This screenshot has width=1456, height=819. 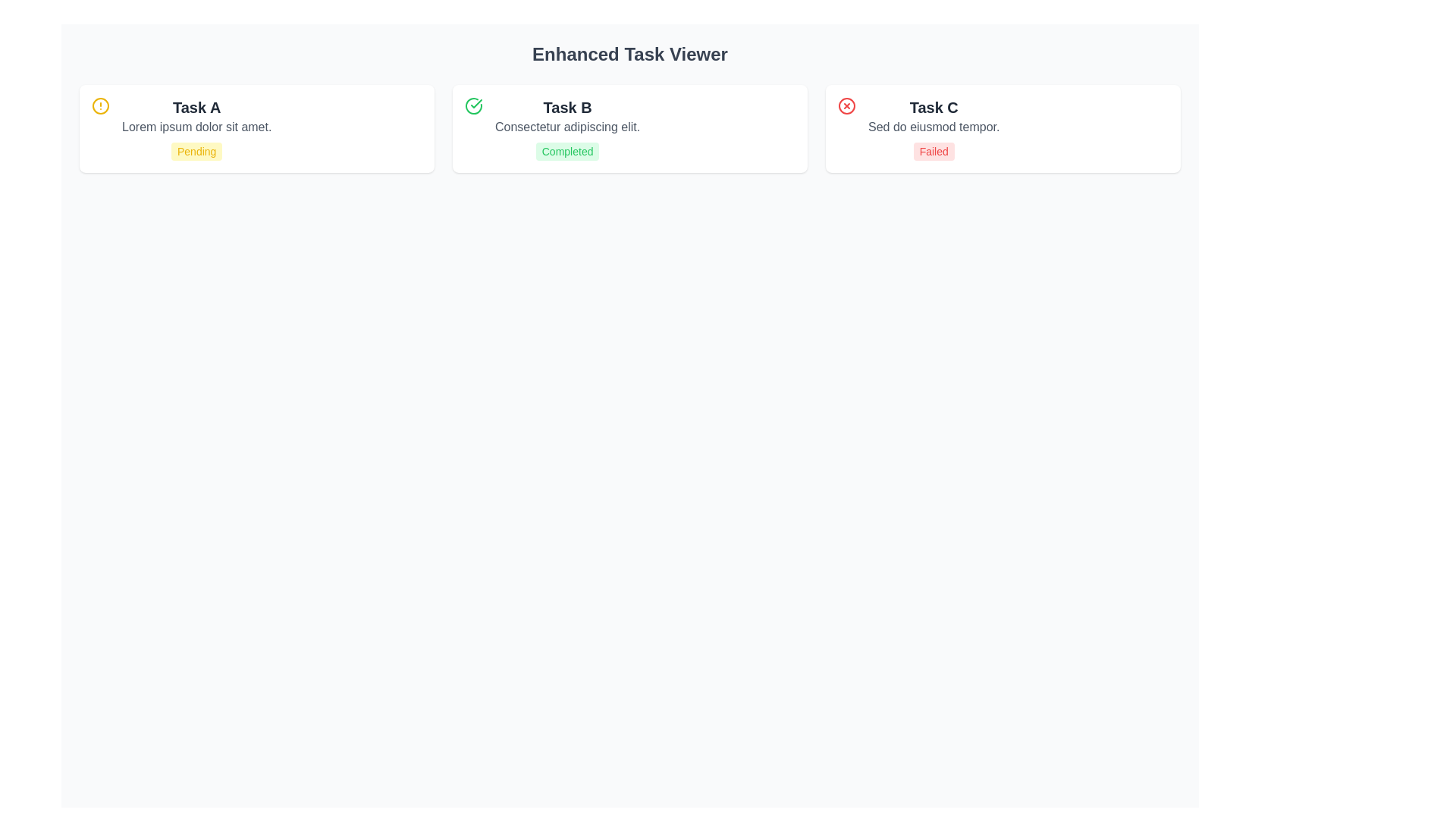 What do you see at coordinates (472, 105) in the screenshot?
I see `the completion icon located at the top-left corner of the 'Task B' card, before the task title text` at bounding box center [472, 105].